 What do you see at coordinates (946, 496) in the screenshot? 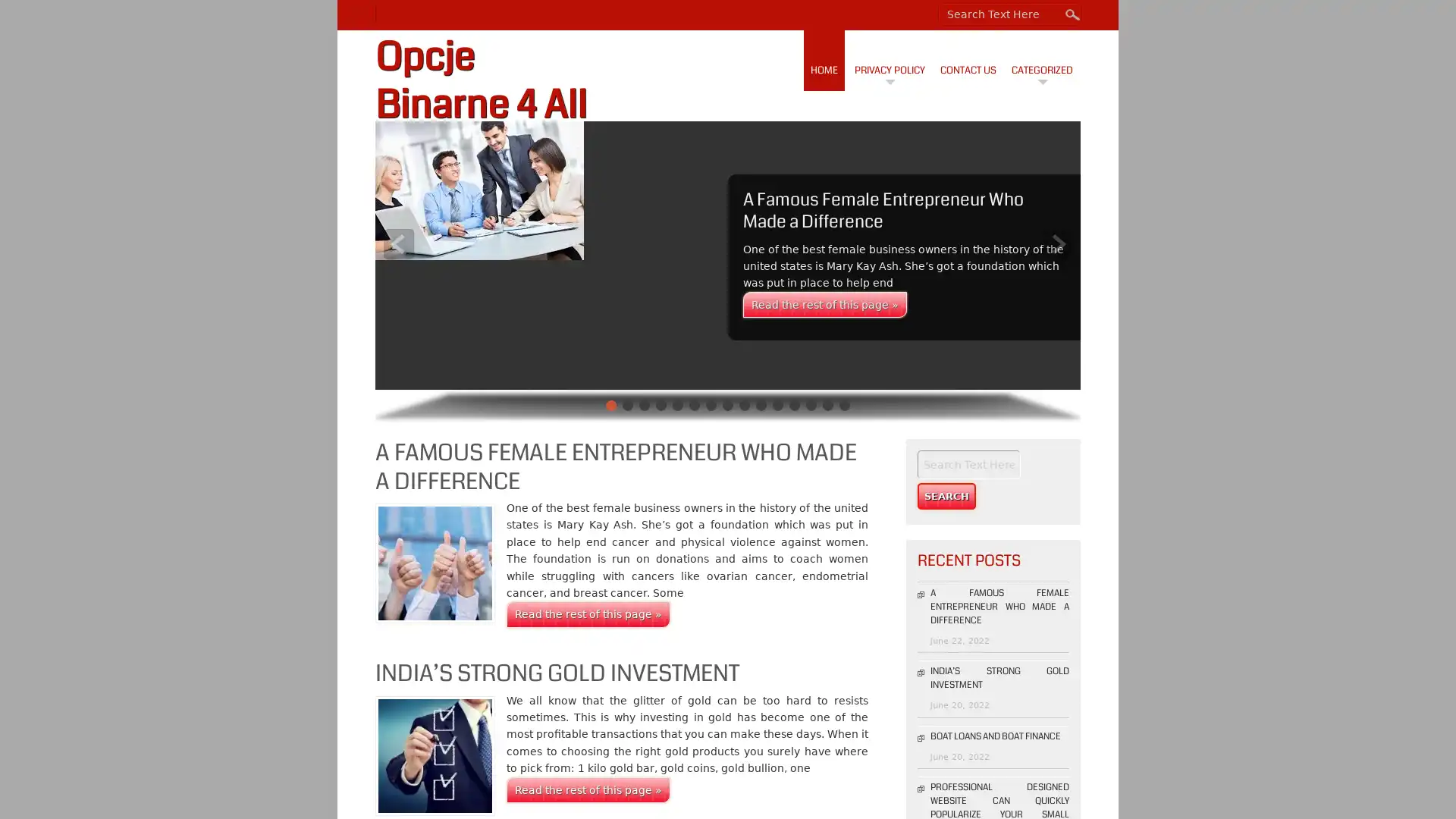
I see `Search` at bounding box center [946, 496].